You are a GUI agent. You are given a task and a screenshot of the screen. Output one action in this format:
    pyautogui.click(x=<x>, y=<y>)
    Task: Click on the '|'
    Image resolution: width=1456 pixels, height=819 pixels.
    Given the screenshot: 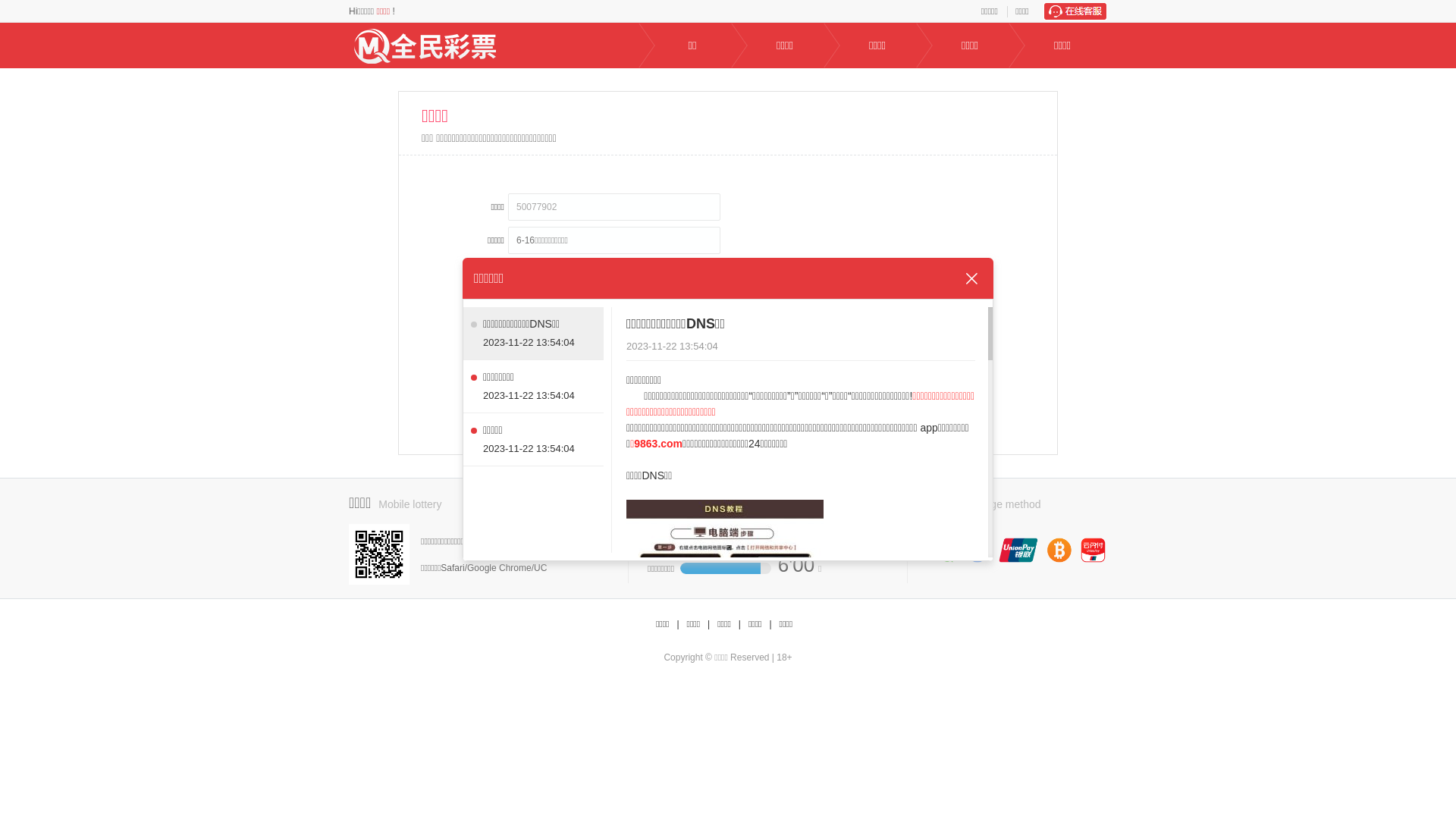 What is the action you would take?
    pyautogui.click(x=739, y=624)
    